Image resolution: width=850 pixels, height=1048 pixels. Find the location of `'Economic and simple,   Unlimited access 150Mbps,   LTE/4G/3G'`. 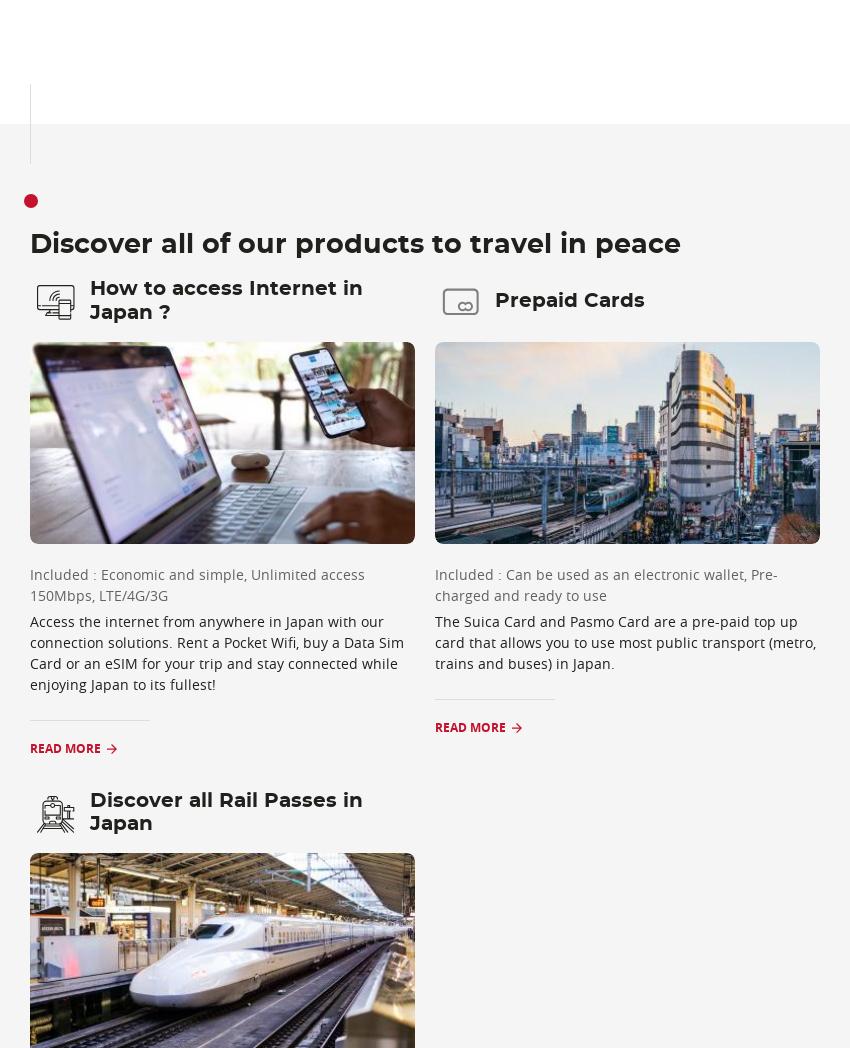

'Economic and simple,   Unlimited access 150Mbps,   LTE/4G/3G' is located at coordinates (196, 584).